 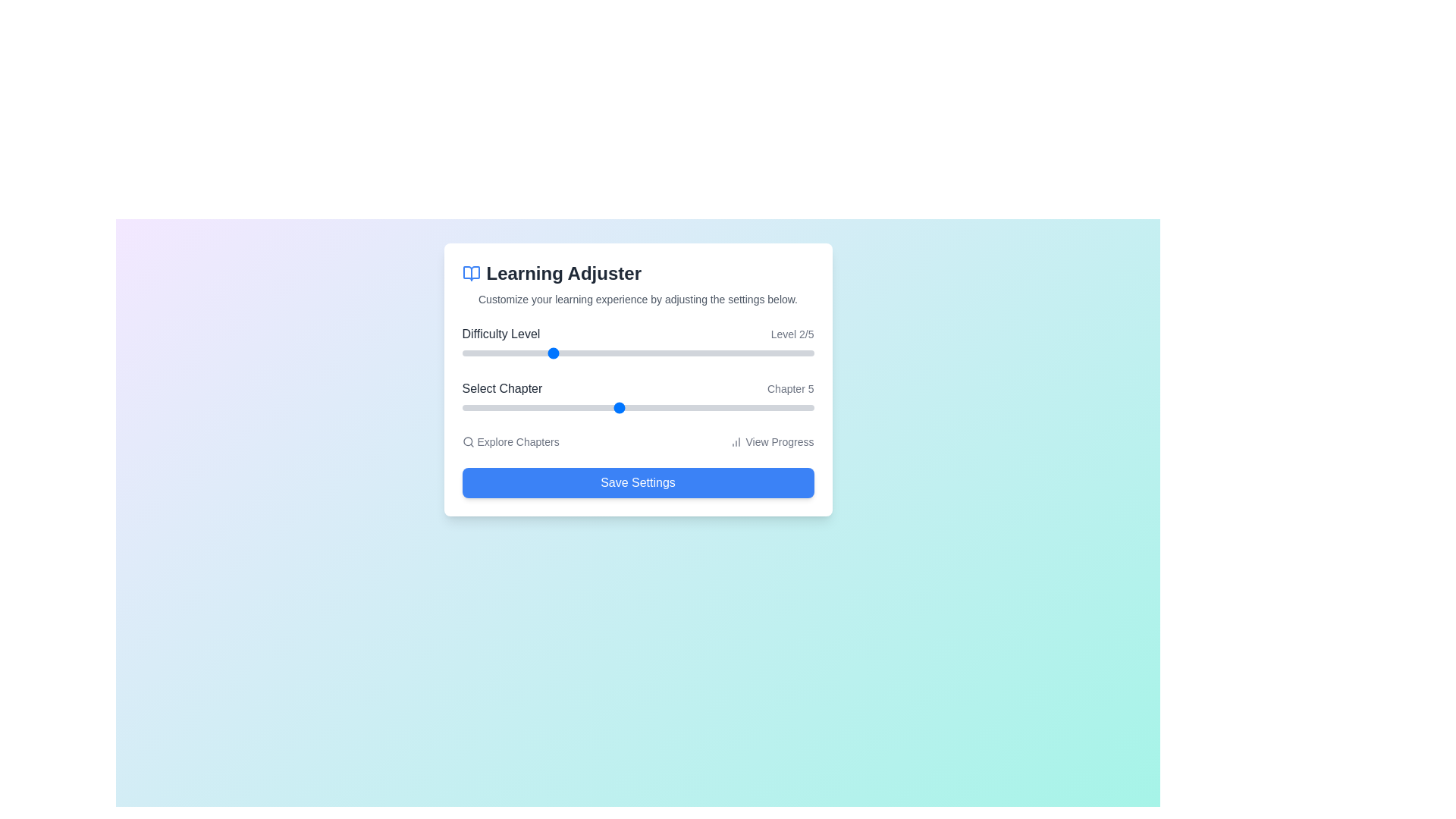 I want to click on the 'Save Settings' button located at the bottom of the 'Learning Adjuster' section, so click(x=638, y=482).